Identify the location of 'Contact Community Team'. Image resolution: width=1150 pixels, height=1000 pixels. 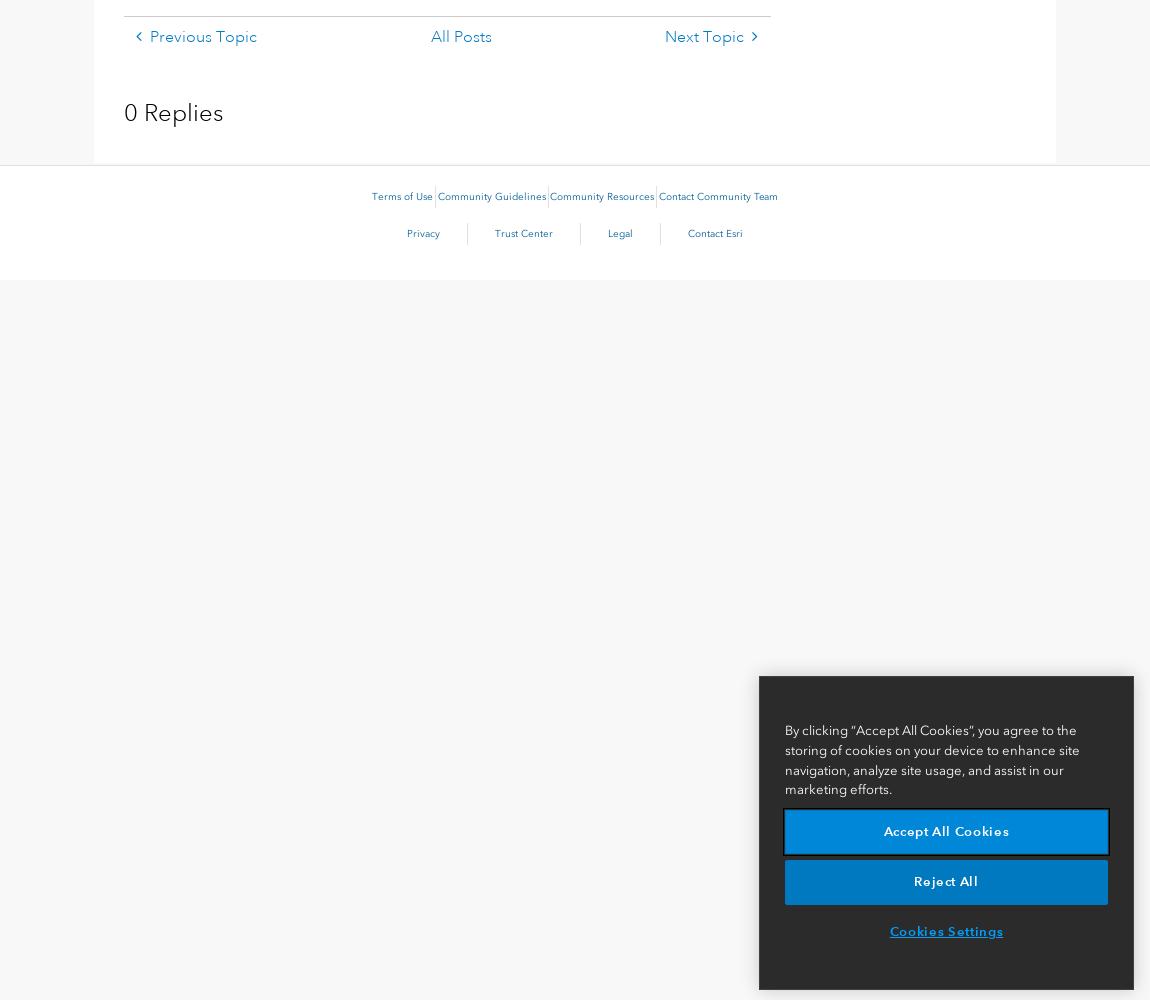
(717, 196).